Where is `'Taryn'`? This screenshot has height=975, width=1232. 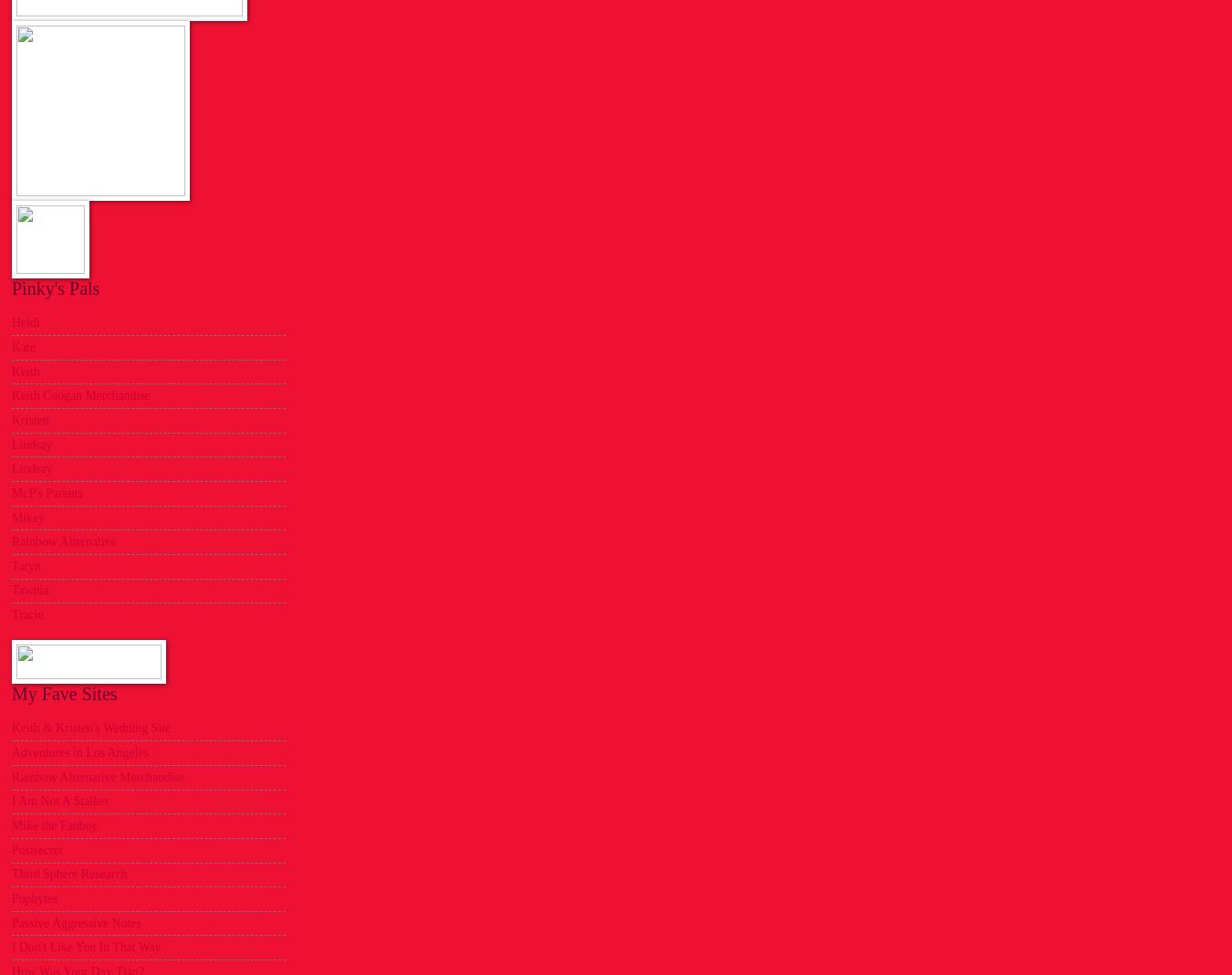 'Taryn' is located at coordinates (25, 564).